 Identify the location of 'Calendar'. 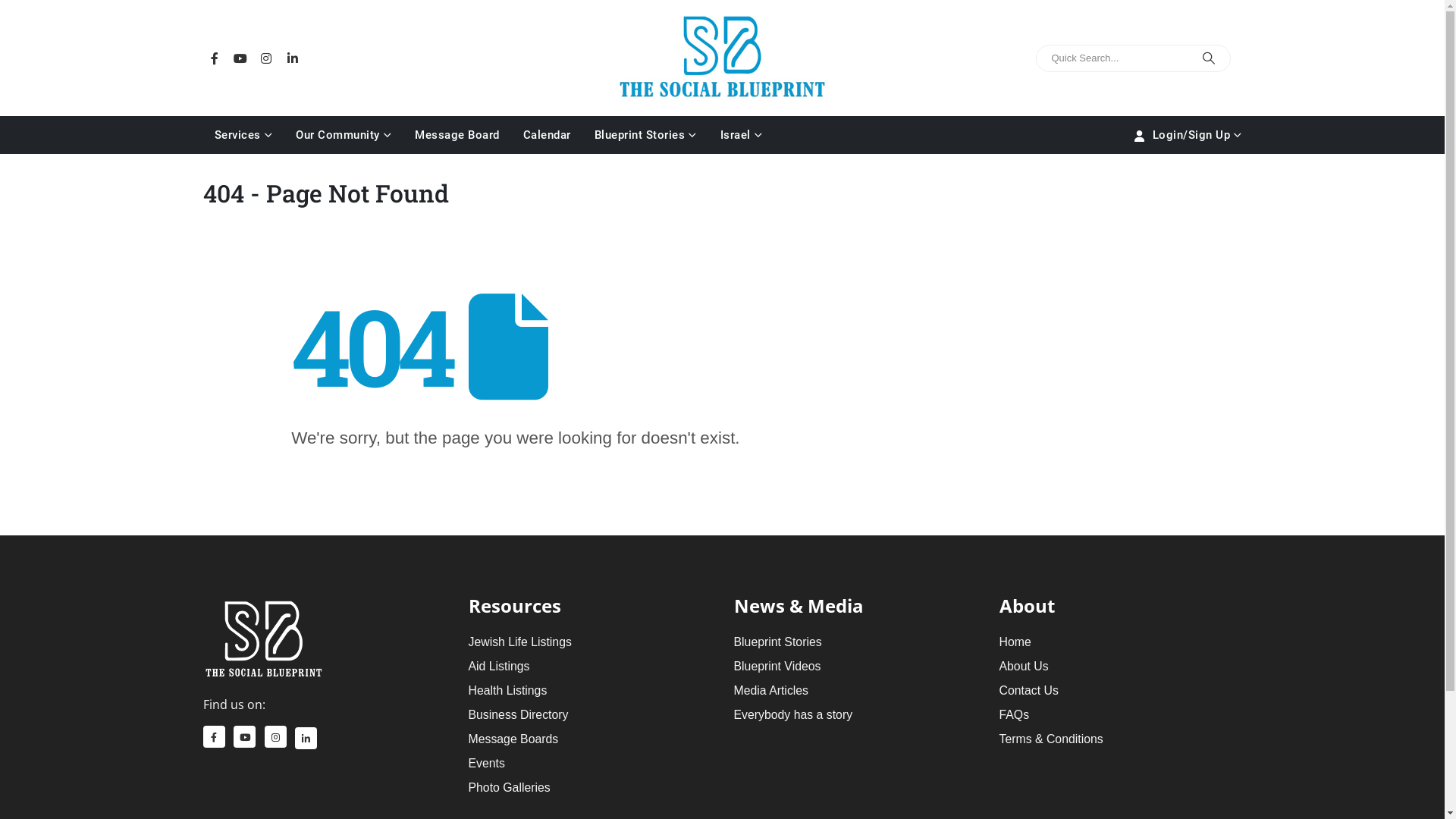
(546, 133).